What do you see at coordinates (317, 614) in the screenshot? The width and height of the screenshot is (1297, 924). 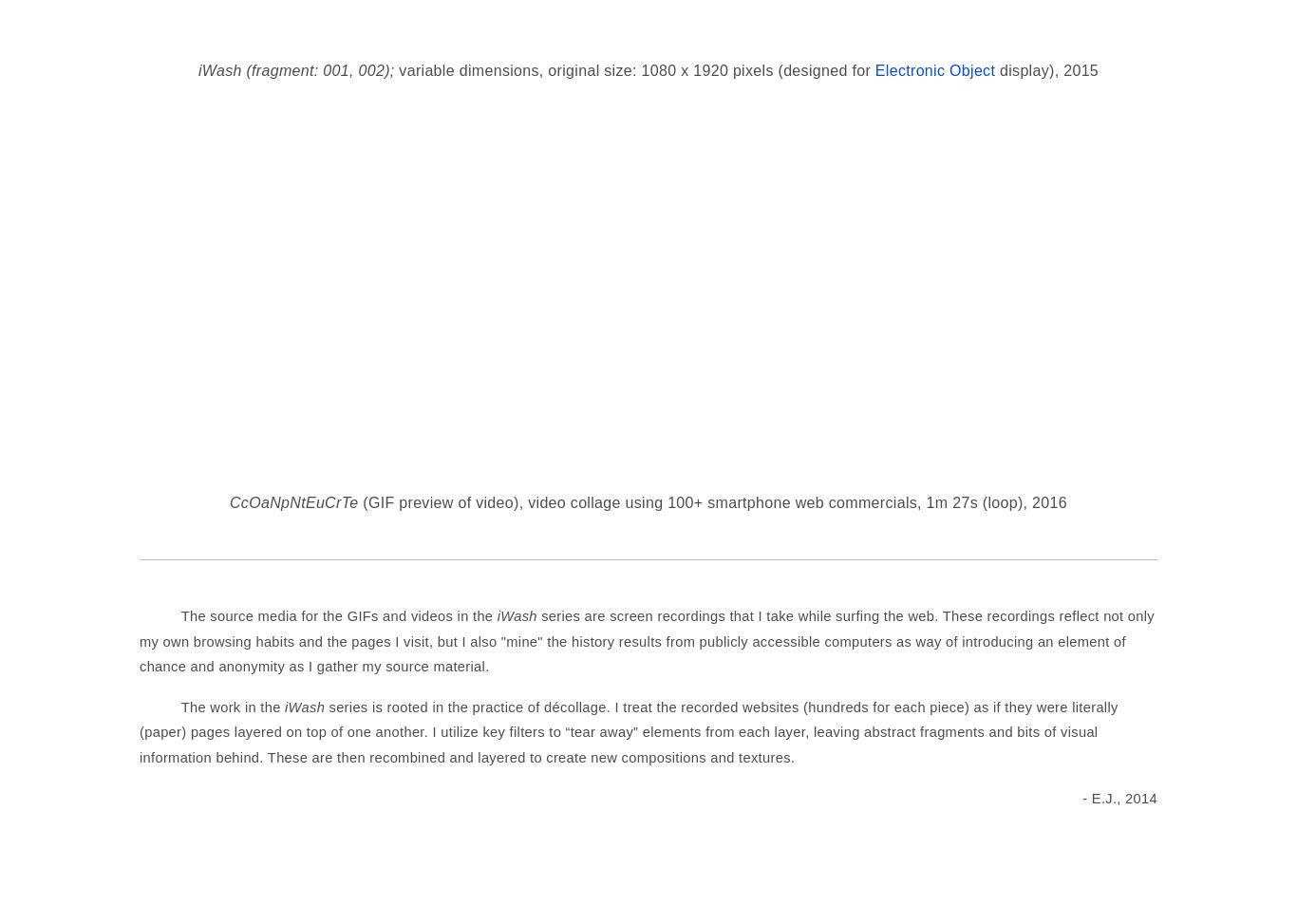 I see `'The source media for the GIFs and videos in the'` at bounding box center [317, 614].